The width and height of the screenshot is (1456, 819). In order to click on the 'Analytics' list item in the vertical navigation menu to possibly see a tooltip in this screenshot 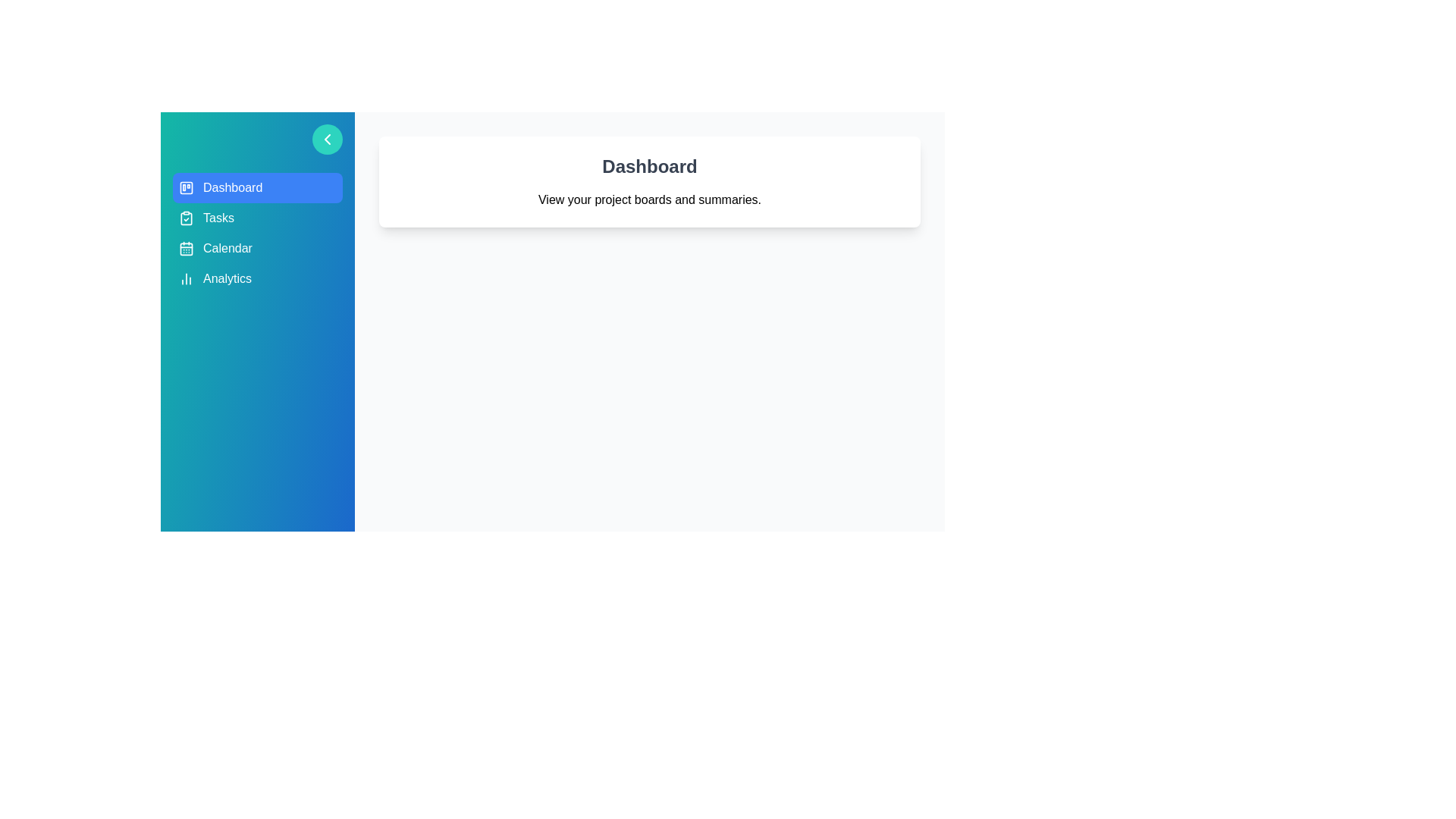, I will do `click(258, 278)`.